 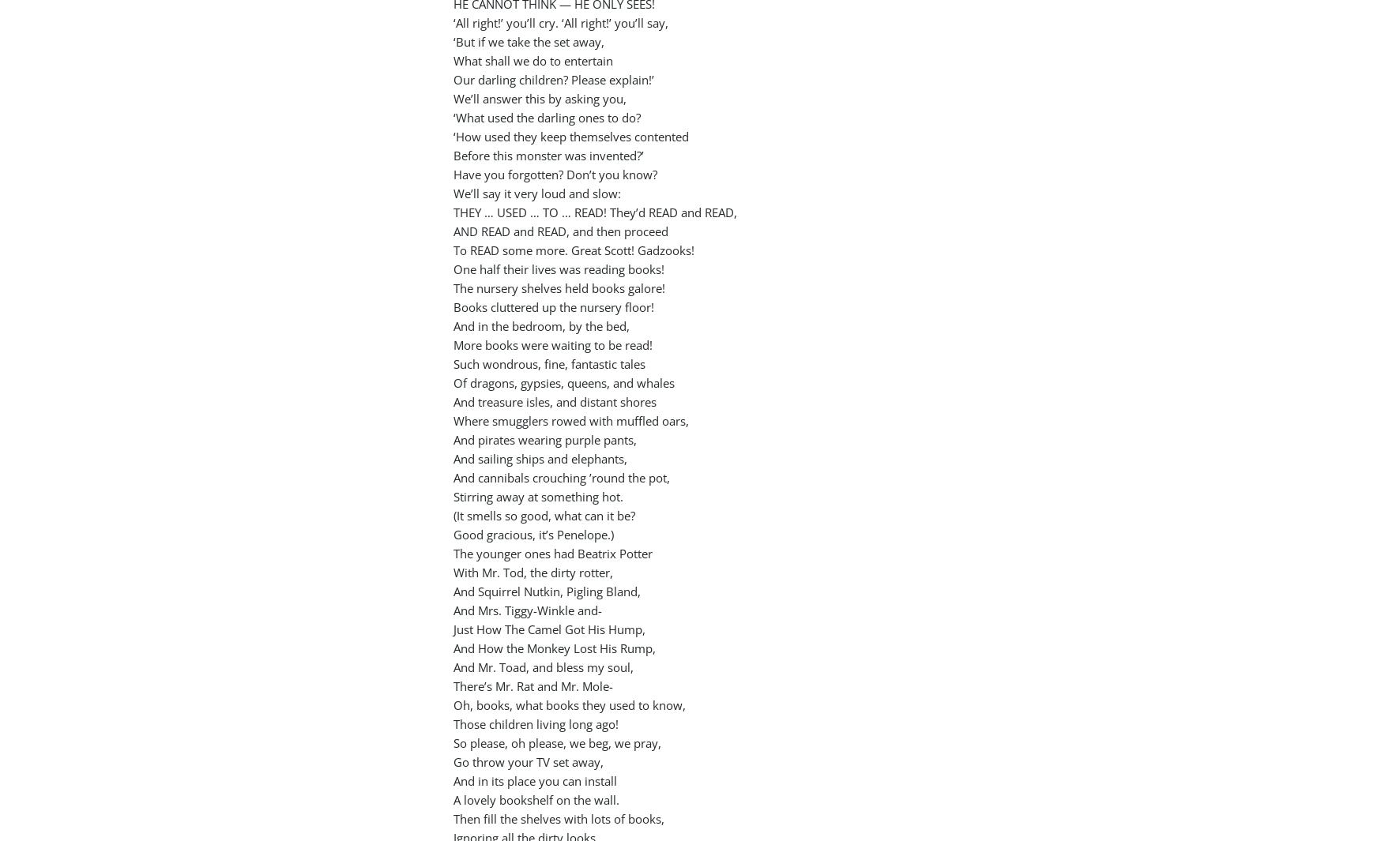 I want to click on 'What shall we do to entertain', so click(x=534, y=59).